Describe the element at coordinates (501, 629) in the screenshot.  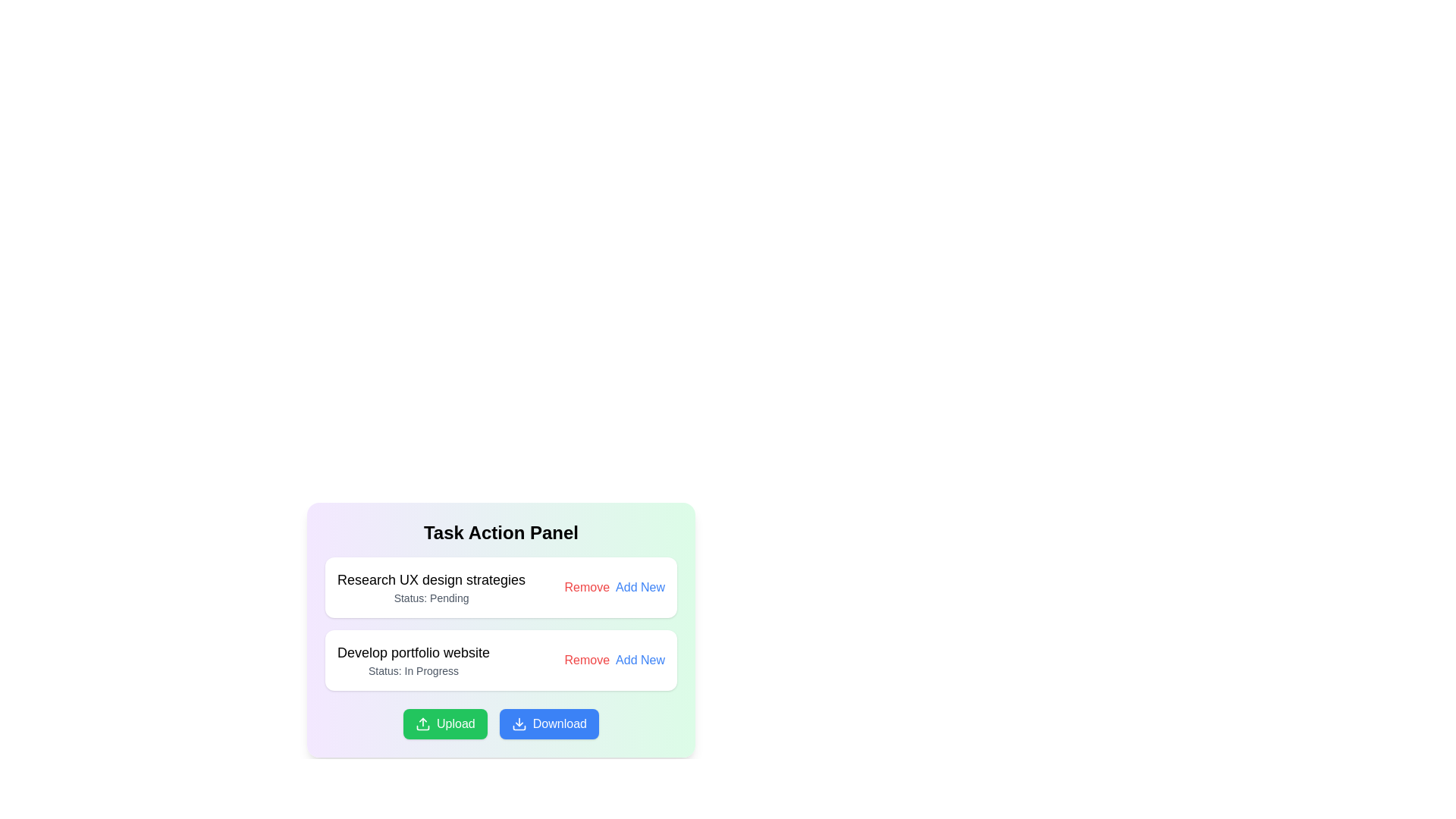
I see `the 'Add New' option in the Task Action Panel` at that location.